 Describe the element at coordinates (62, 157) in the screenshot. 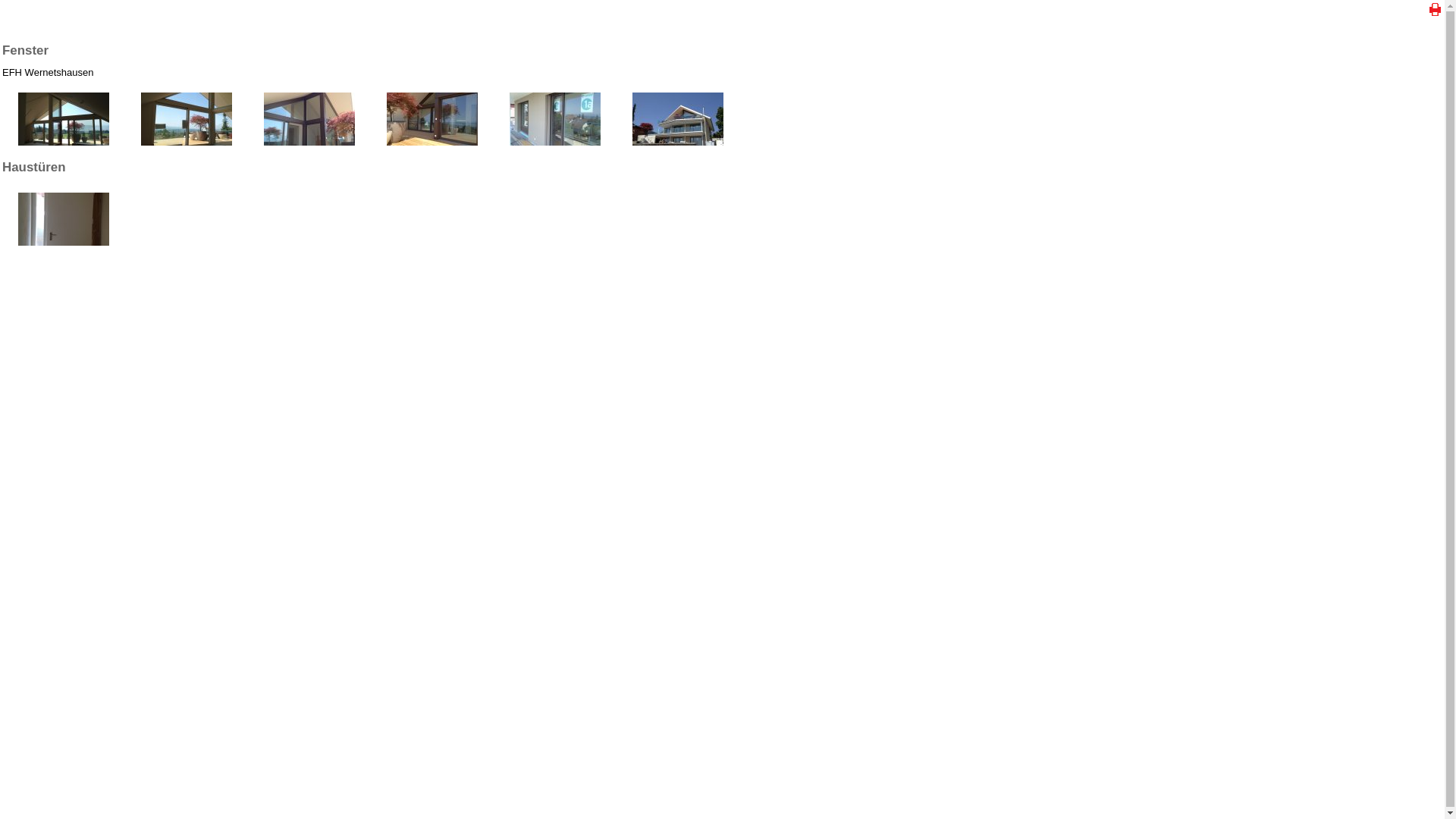

I see `'EFH Wernetshausen'` at that location.